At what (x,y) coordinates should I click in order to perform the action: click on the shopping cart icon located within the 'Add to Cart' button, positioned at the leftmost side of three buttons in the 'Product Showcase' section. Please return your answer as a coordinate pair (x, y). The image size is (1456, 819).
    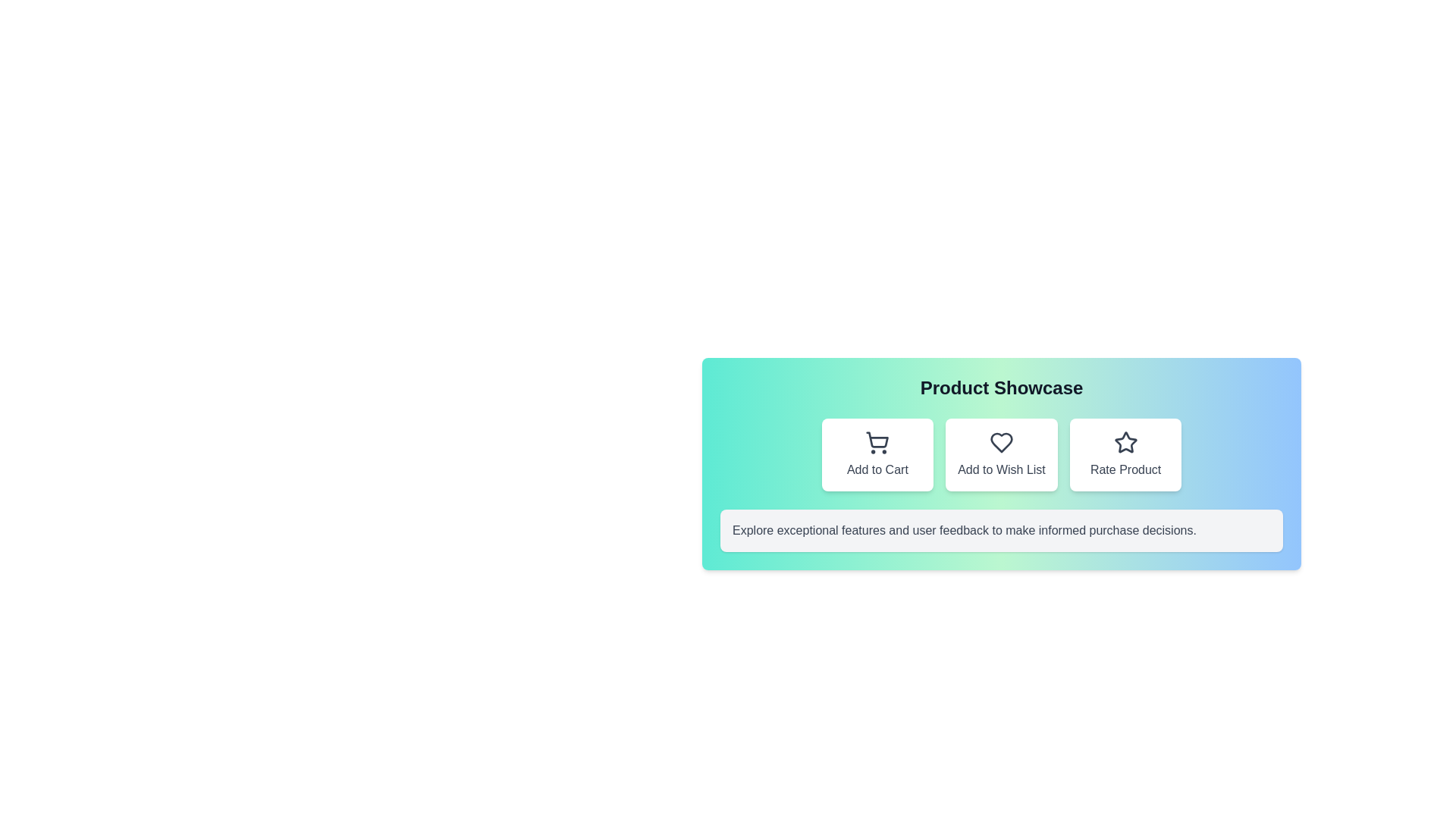
    Looking at the image, I should click on (877, 442).